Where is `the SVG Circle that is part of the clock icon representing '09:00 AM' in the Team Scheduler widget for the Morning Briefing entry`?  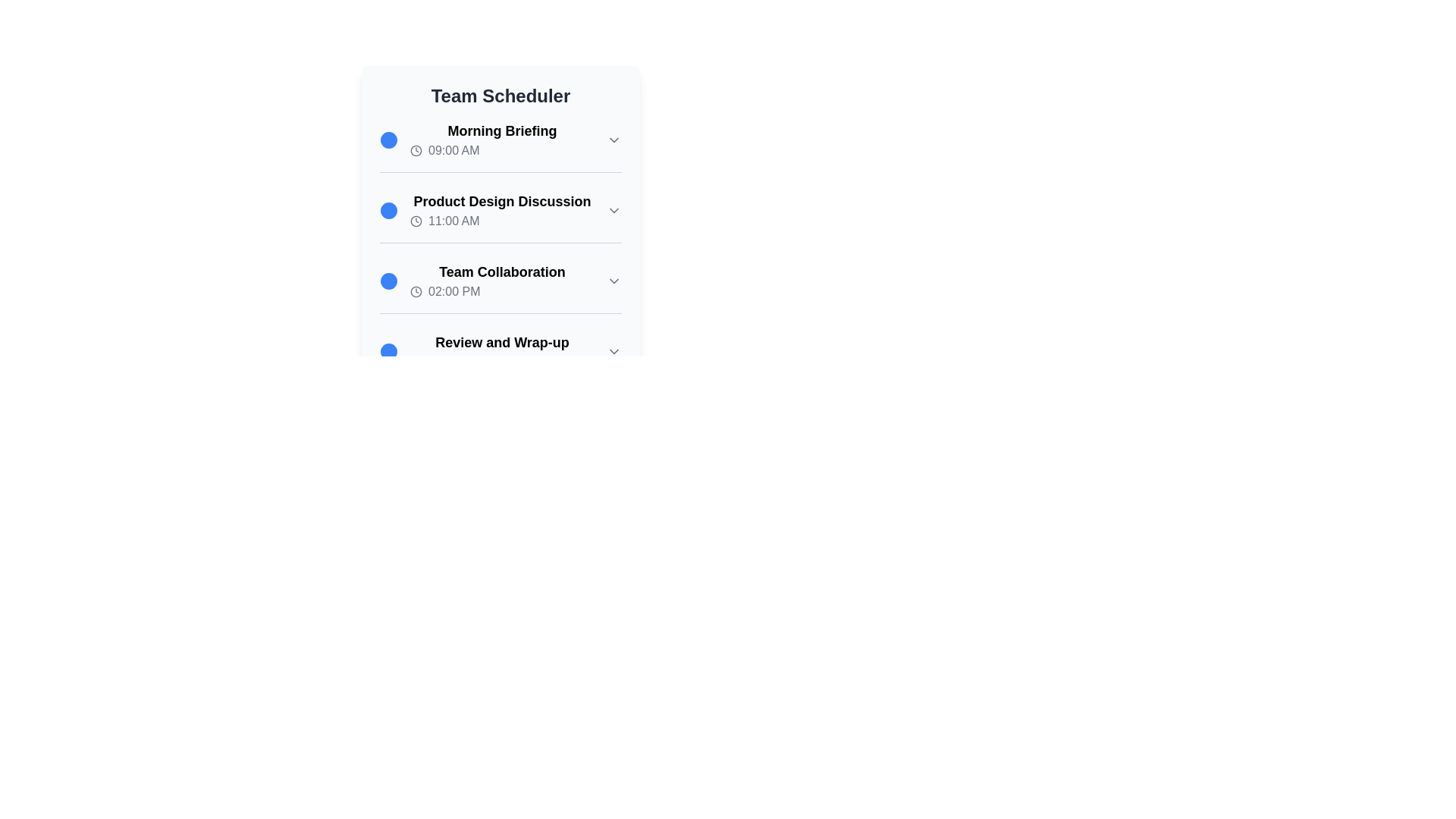
the SVG Circle that is part of the clock icon representing '09:00 AM' in the Team Scheduler widget for the Morning Briefing entry is located at coordinates (416, 151).